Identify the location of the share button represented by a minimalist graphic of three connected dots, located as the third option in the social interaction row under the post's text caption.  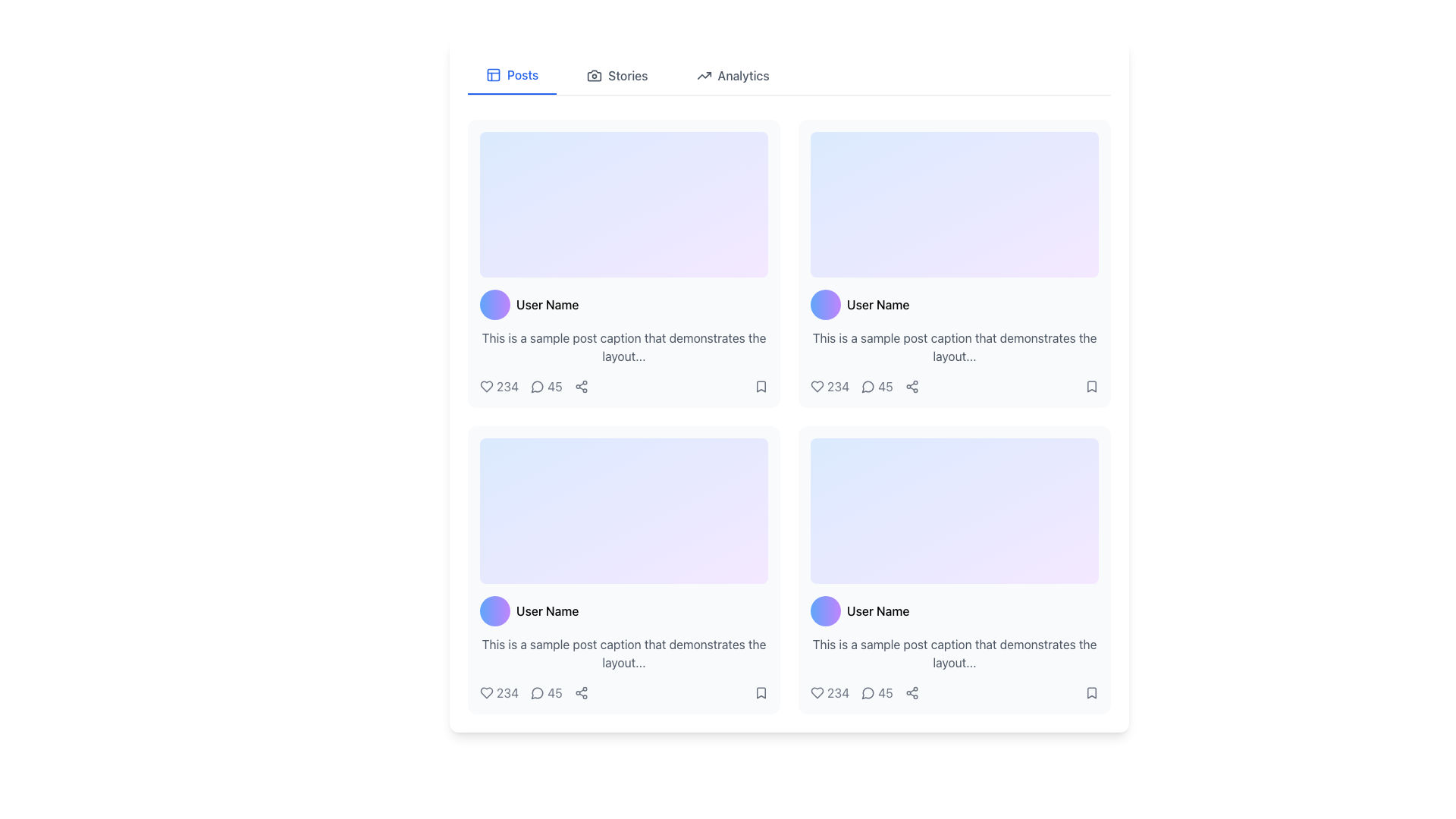
(580, 385).